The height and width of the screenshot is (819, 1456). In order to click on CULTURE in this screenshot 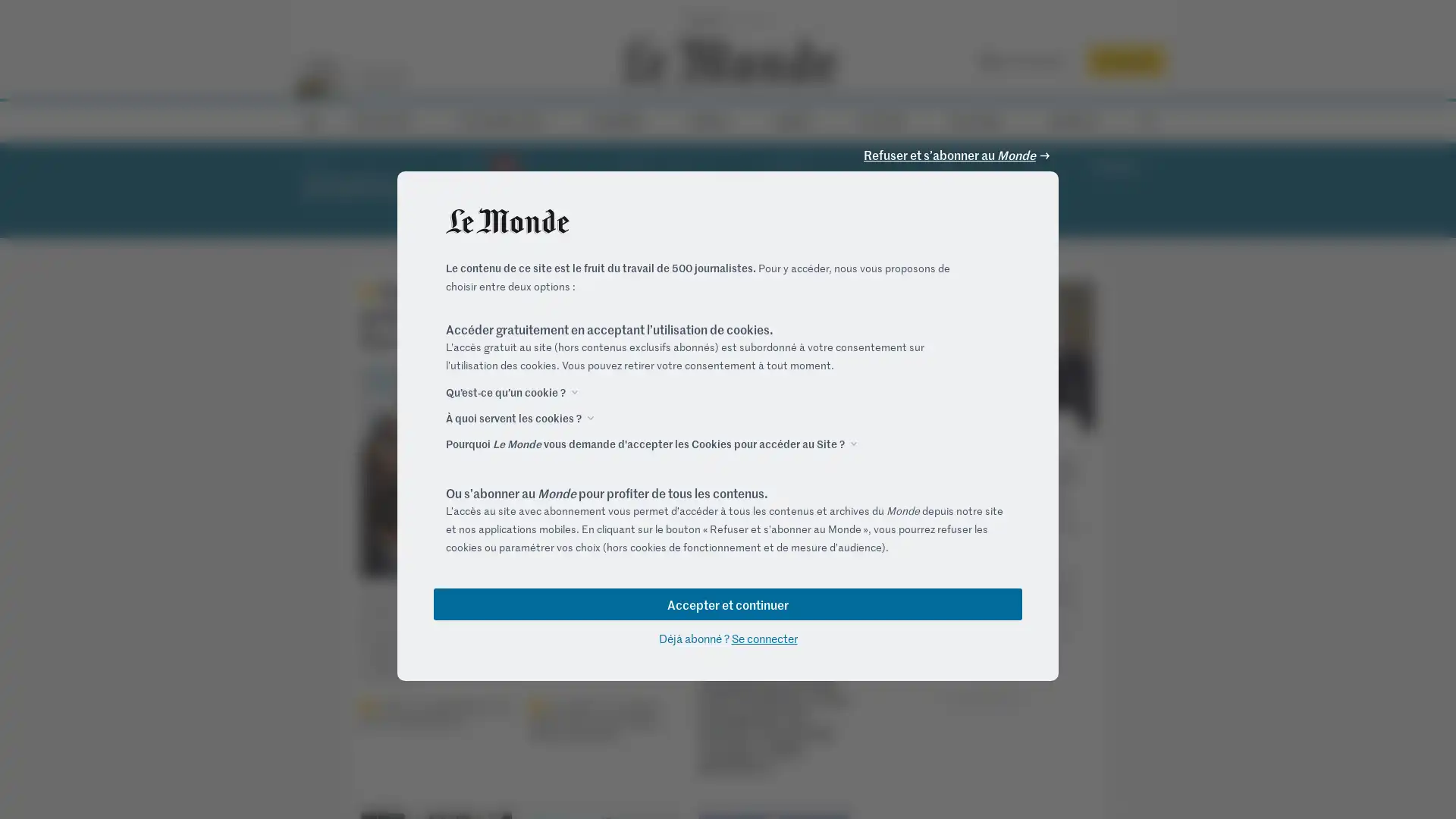, I will do `click(888, 120)`.